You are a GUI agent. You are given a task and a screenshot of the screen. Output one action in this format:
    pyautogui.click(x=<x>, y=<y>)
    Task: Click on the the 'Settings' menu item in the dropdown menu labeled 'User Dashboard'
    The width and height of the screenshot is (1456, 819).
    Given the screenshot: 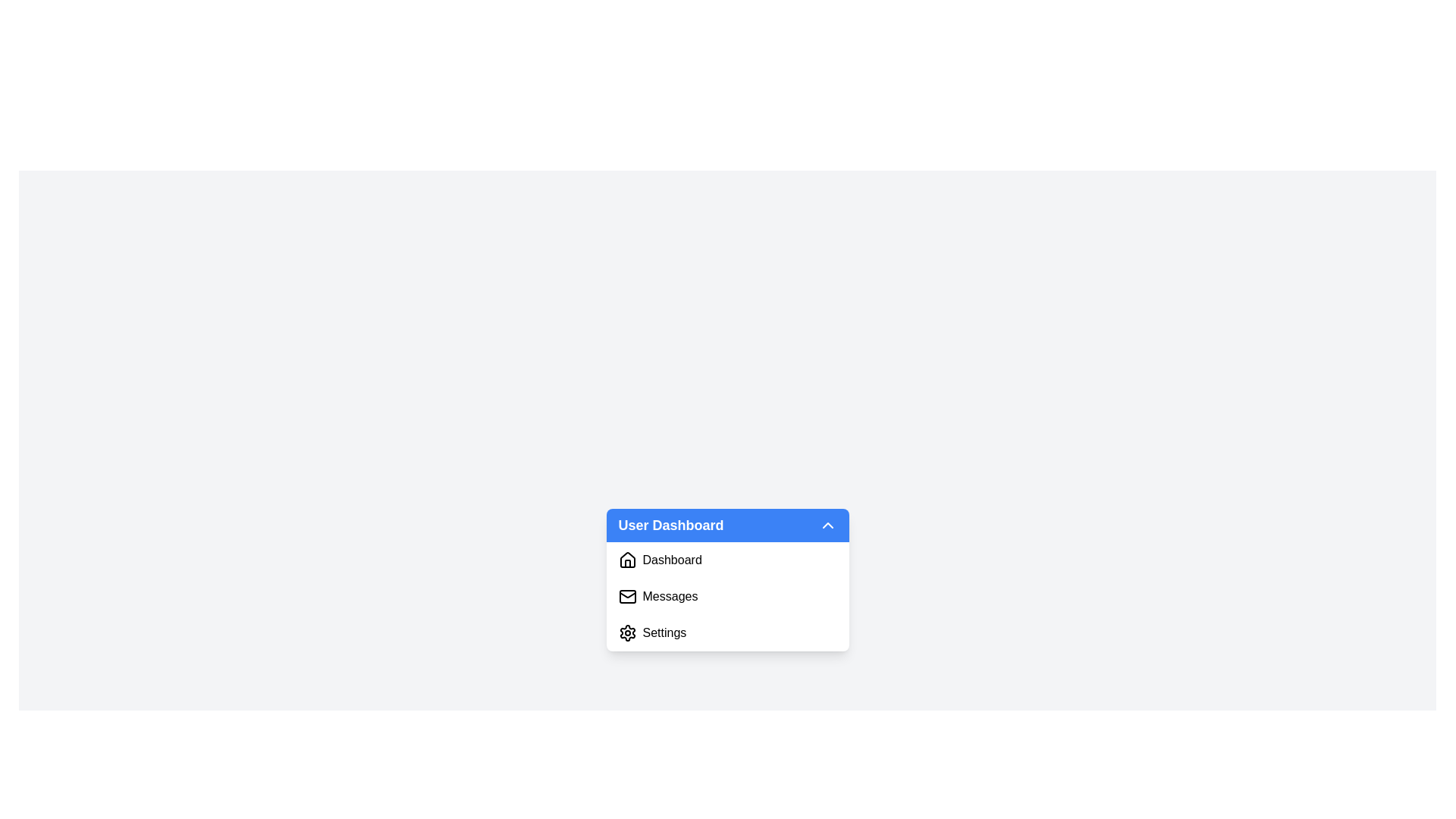 What is the action you would take?
    pyautogui.click(x=664, y=632)
    